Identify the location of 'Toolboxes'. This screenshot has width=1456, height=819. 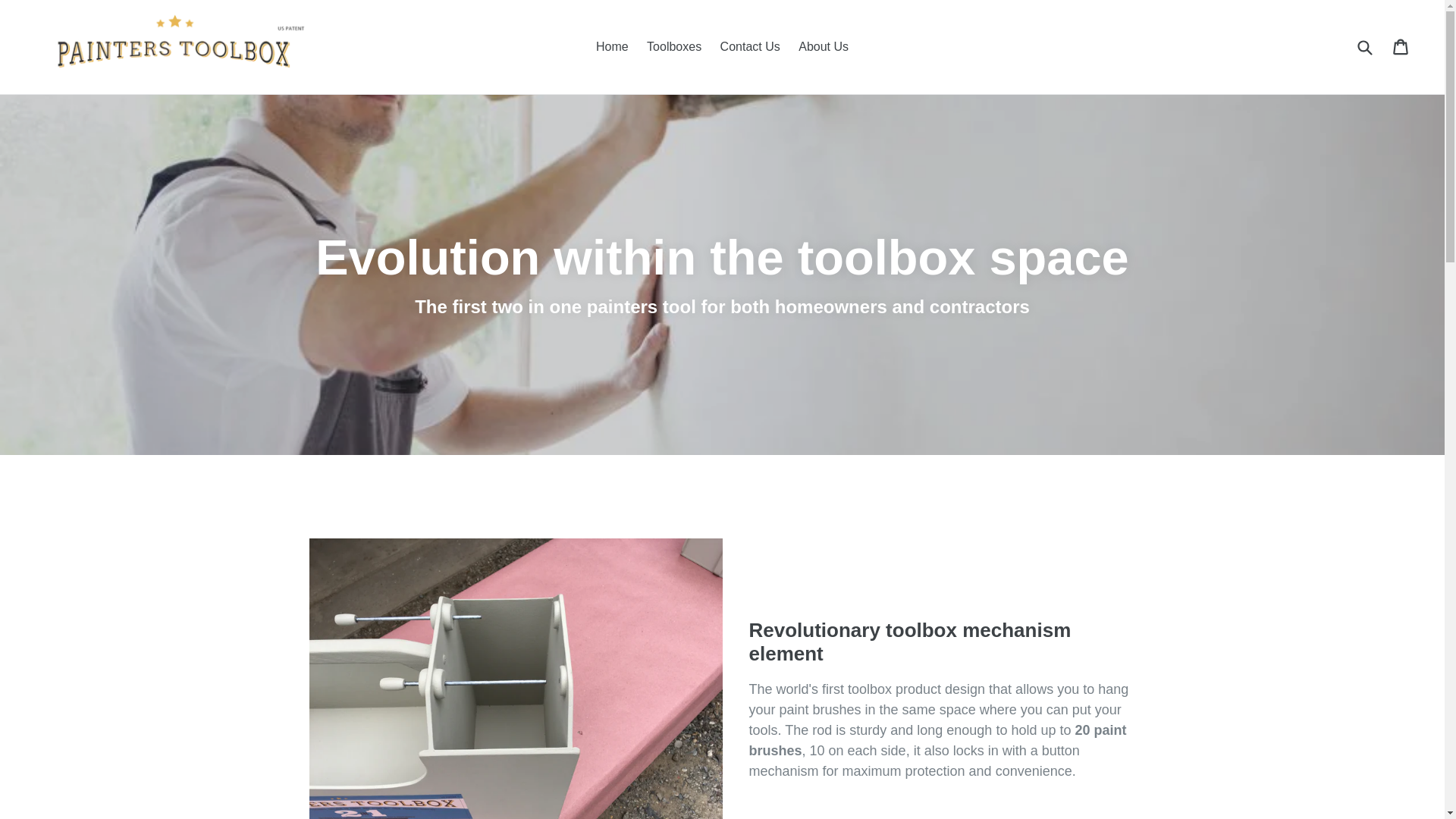
(673, 45).